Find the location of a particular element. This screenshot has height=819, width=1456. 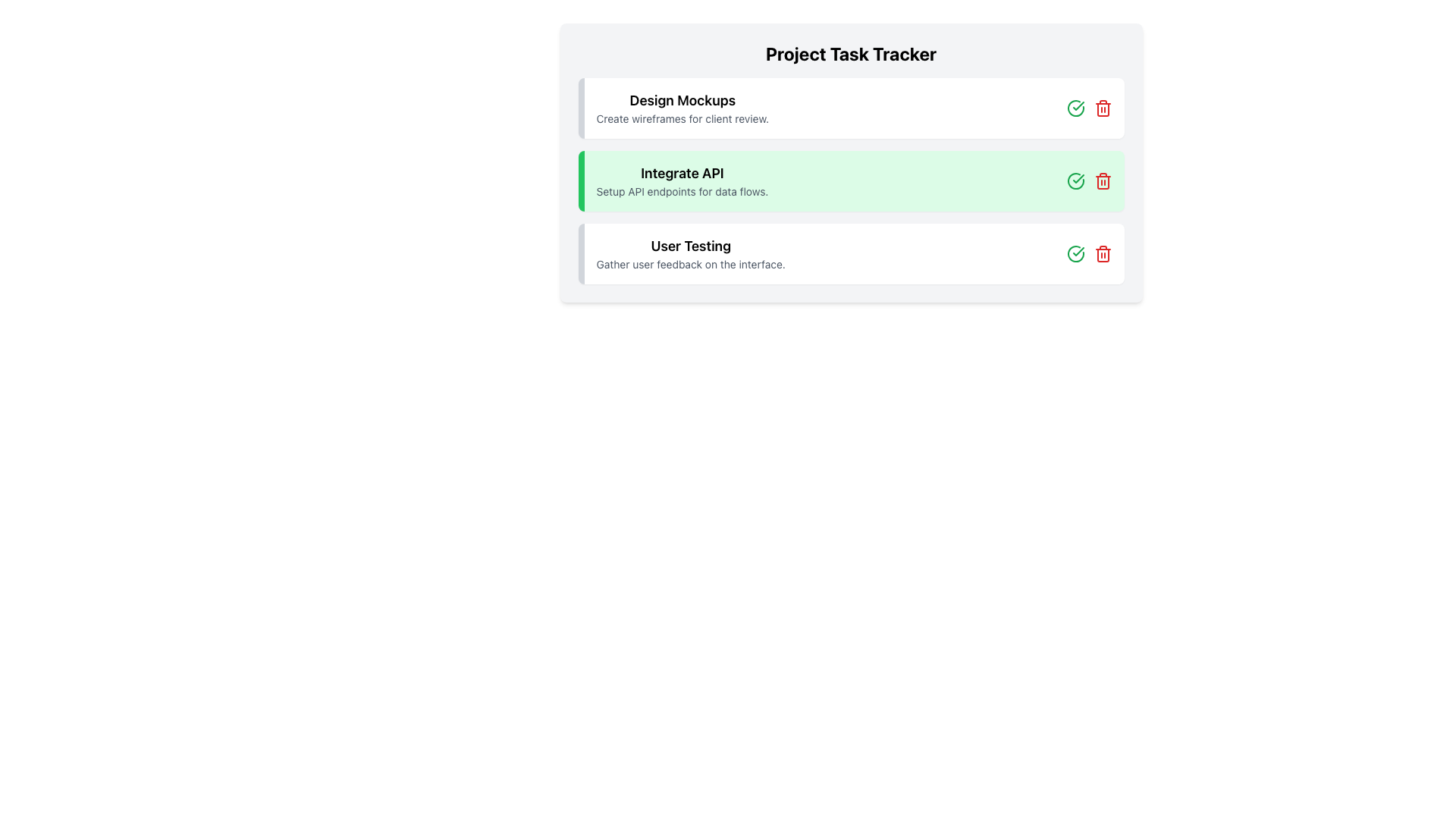

the interactive icon indicating the completion status of the 'Integrate API' task in the 'Project Task Tracker' interface is located at coordinates (1075, 180).